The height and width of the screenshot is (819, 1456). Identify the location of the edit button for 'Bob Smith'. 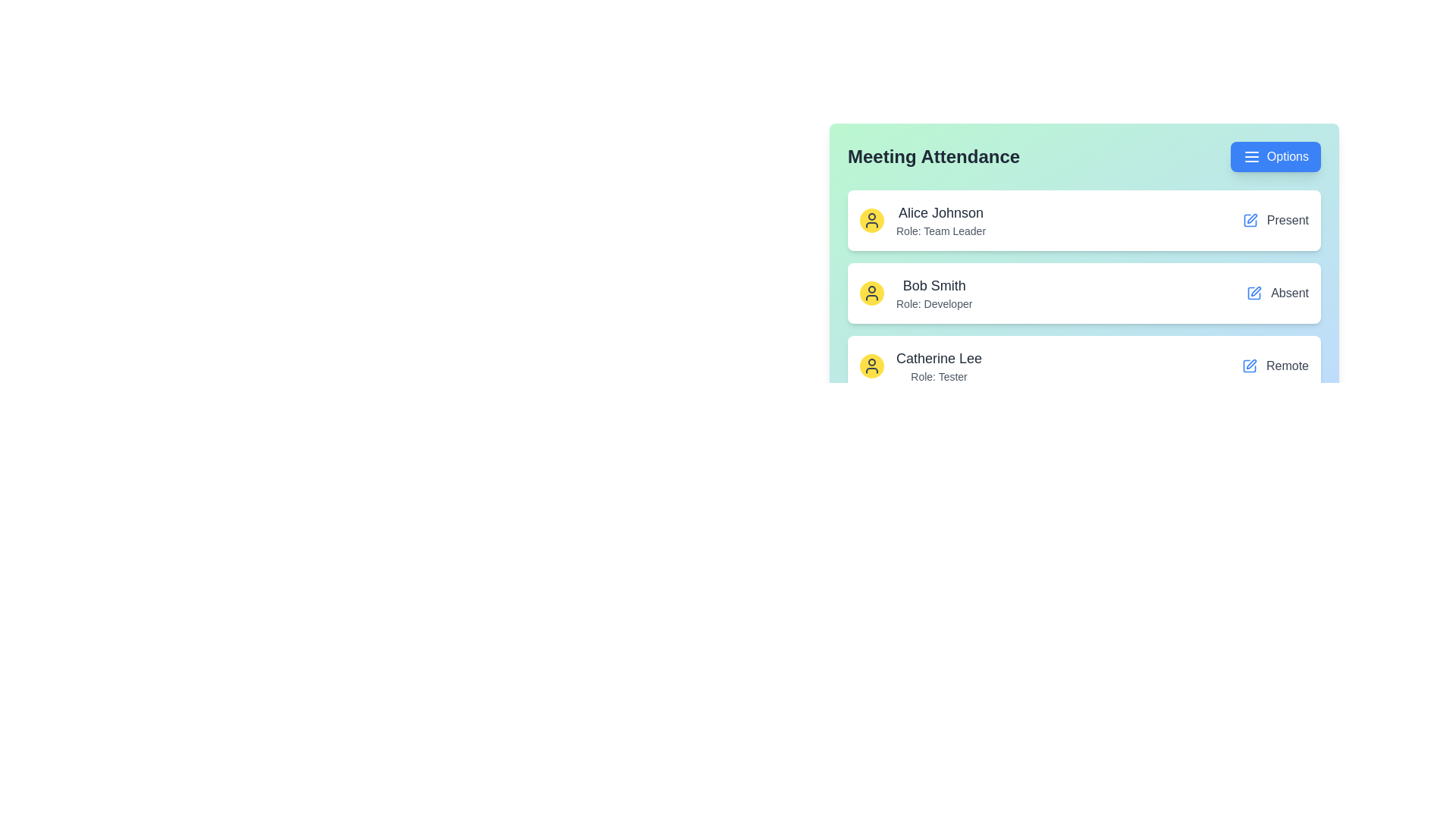
(1254, 293).